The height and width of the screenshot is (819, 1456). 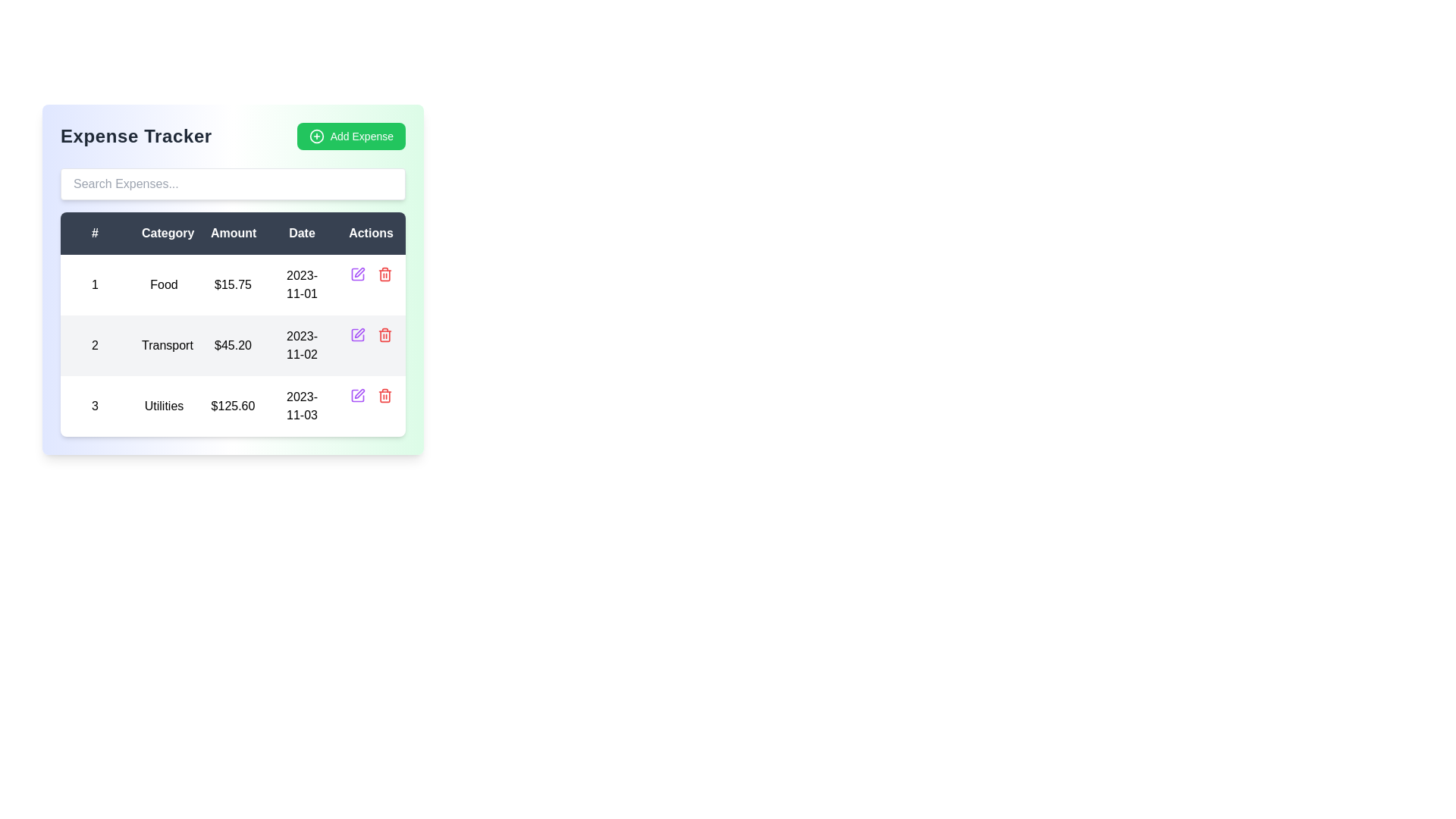 I want to click on the non-interactive text display showing the date associated with a specific expense in the bottom-most row of the table, which is positioned below the 'Amount' element and to the left of the 'Actions' area, so click(x=302, y=406).